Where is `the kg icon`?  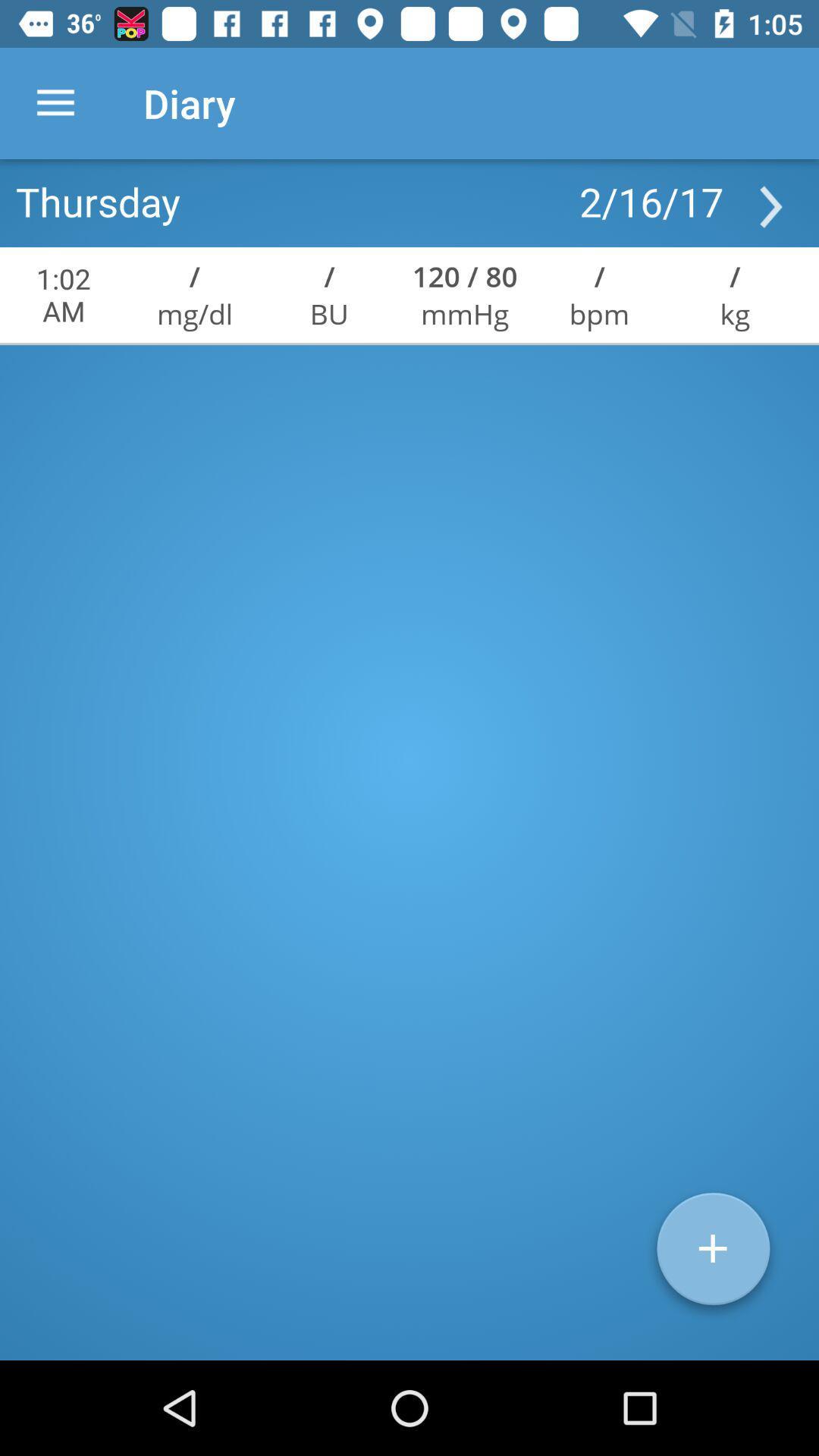 the kg icon is located at coordinates (734, 312).